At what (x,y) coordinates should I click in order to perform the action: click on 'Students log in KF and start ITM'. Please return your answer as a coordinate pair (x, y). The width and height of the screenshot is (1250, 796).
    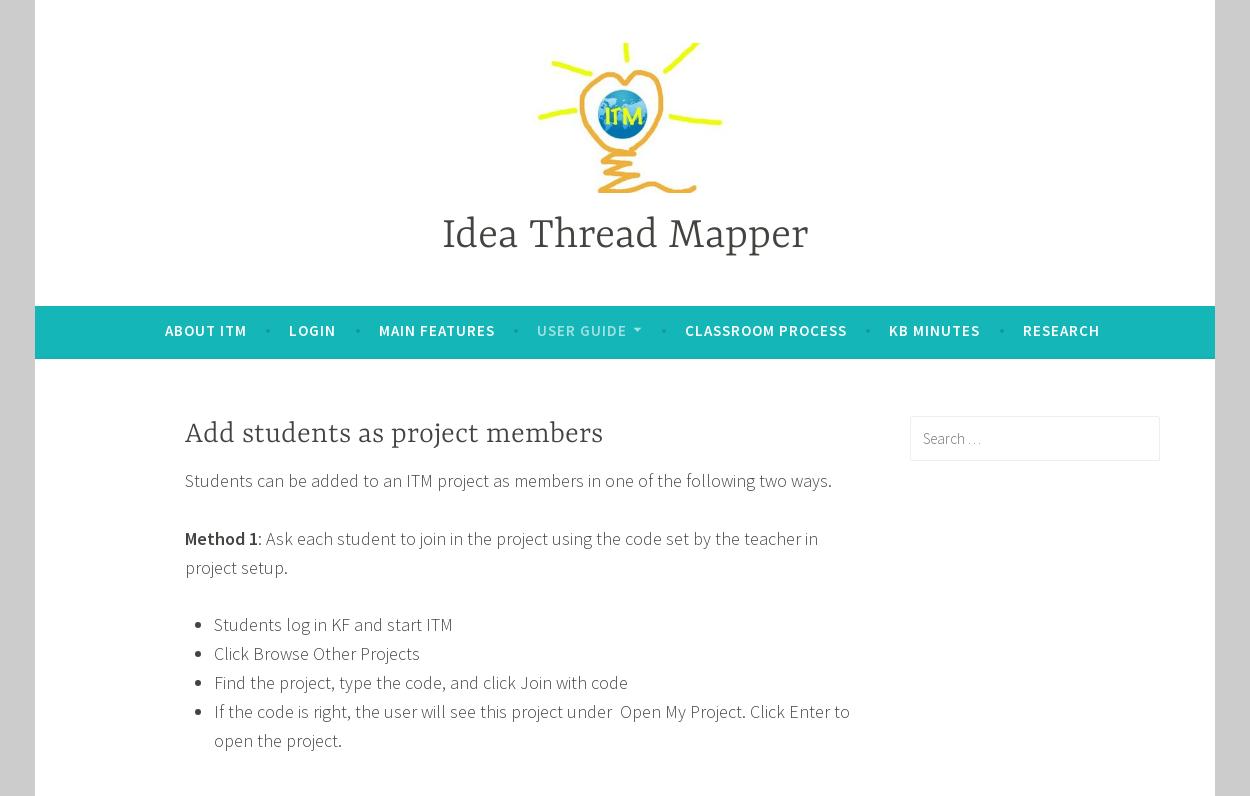
    Looking at the image, I should click on (331, 623).